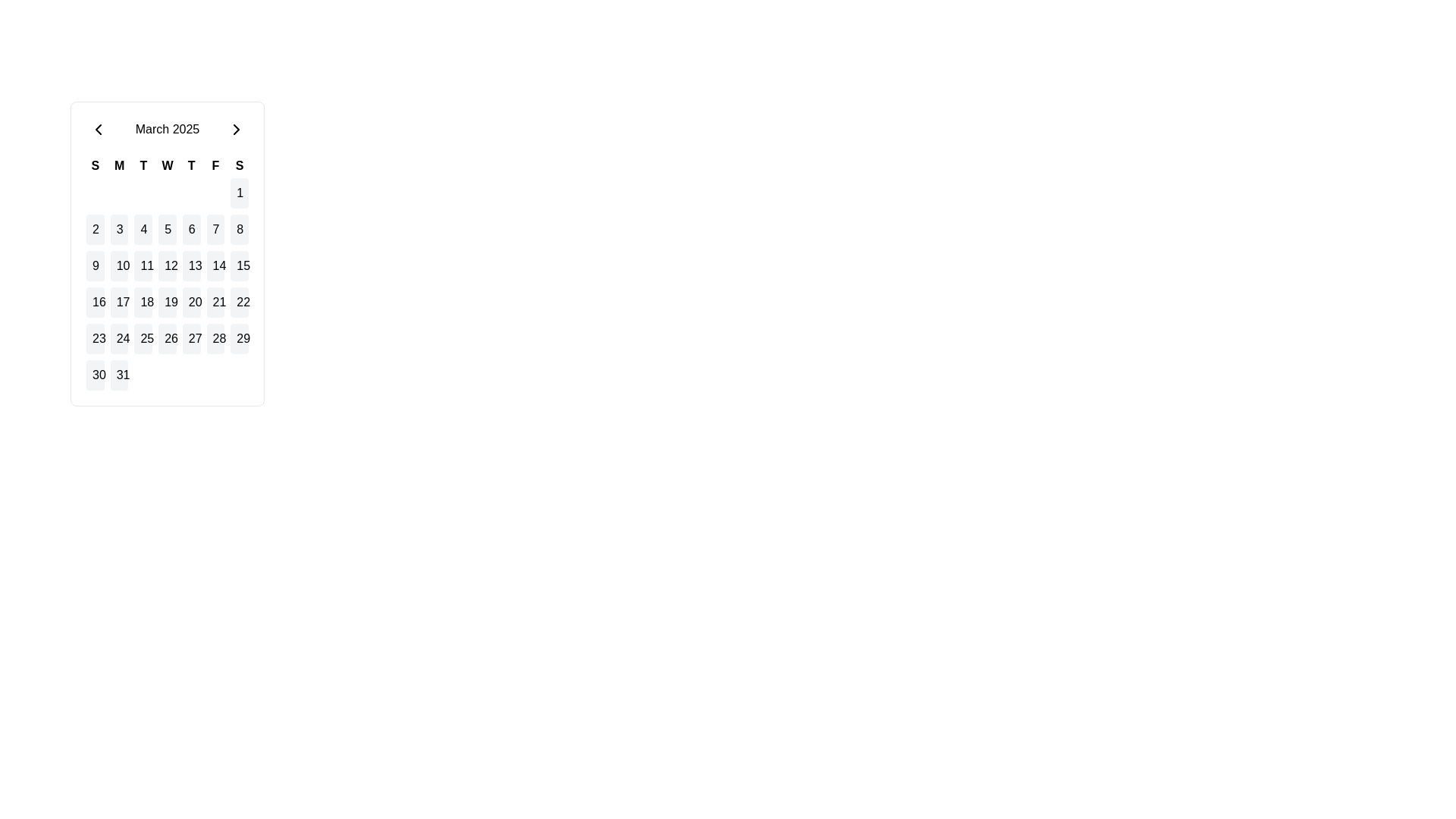 This screenshot has width=1456, height=819. I want to click on the button representing the 24th day of the month in the calendar interface, so click(118, 338).